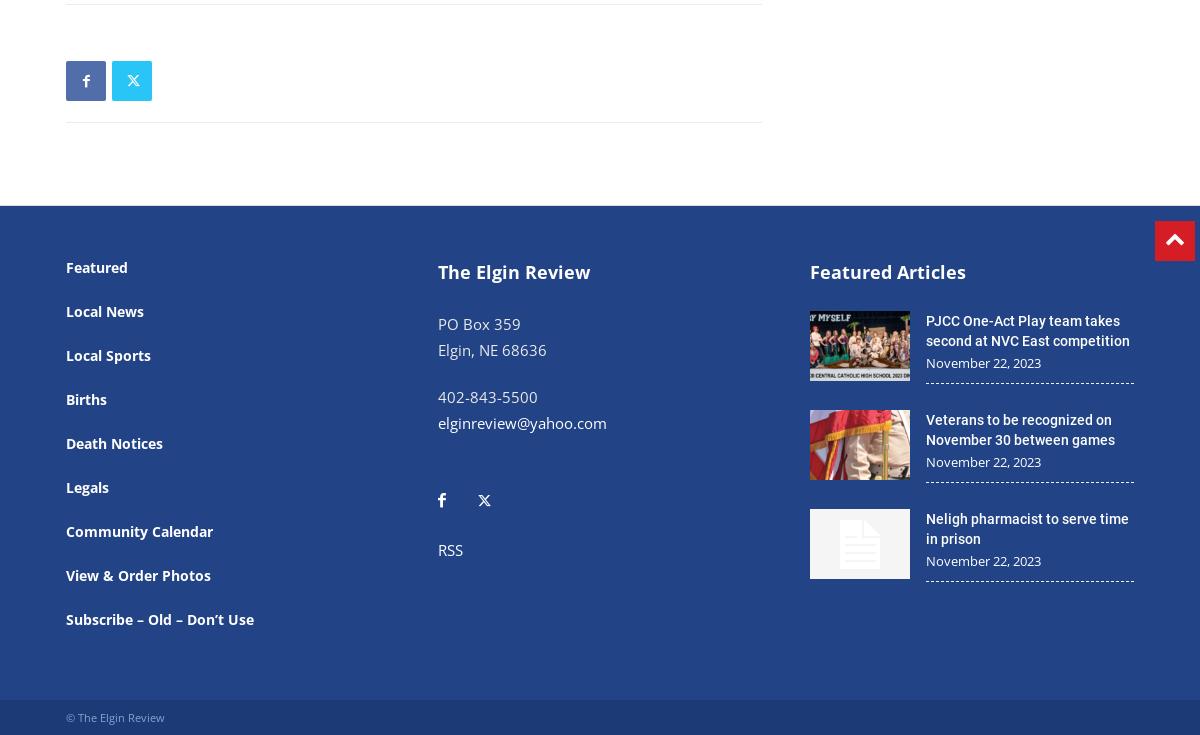  What do you see at coordinates (438, 396) in the screenshot?
I see `'402-843-5500'` at bounding box center [438, 396].